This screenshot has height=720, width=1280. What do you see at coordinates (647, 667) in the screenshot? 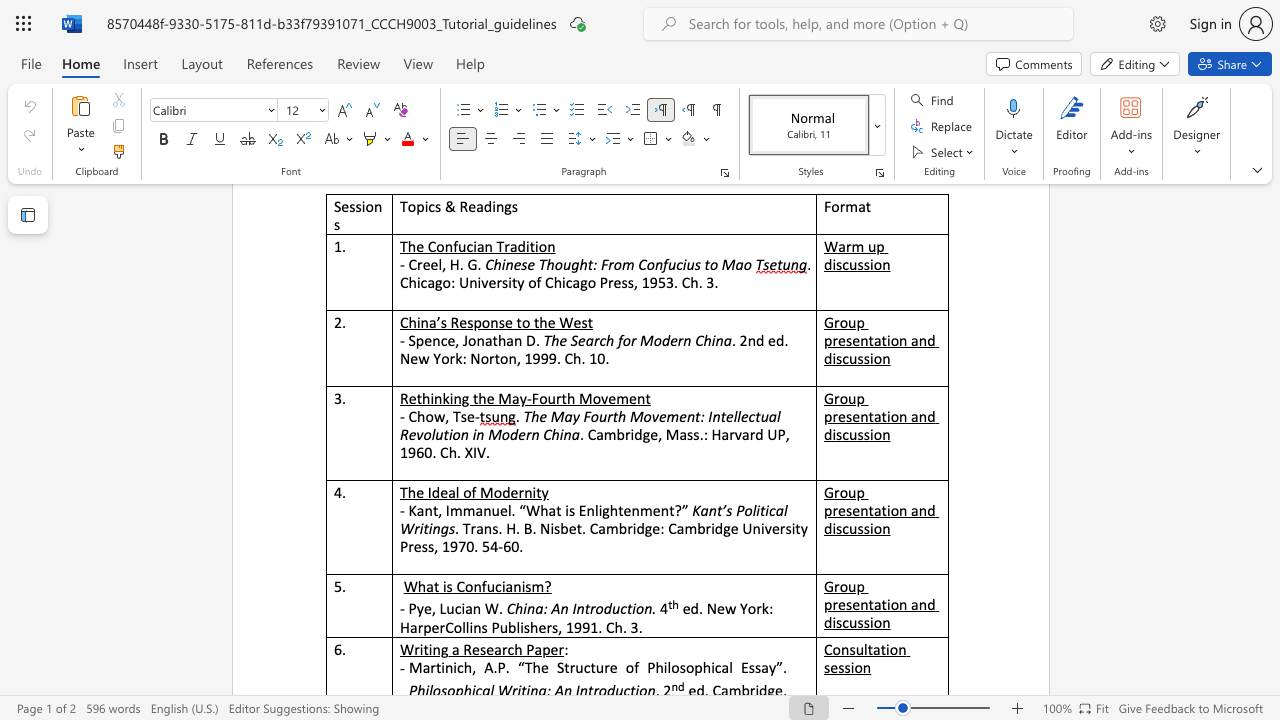
I see `the subset text "Philosophical Essa" within the text "Martinich, A.P. “The Structure of Philosophical Essay"` at bounding box center [647, 667].